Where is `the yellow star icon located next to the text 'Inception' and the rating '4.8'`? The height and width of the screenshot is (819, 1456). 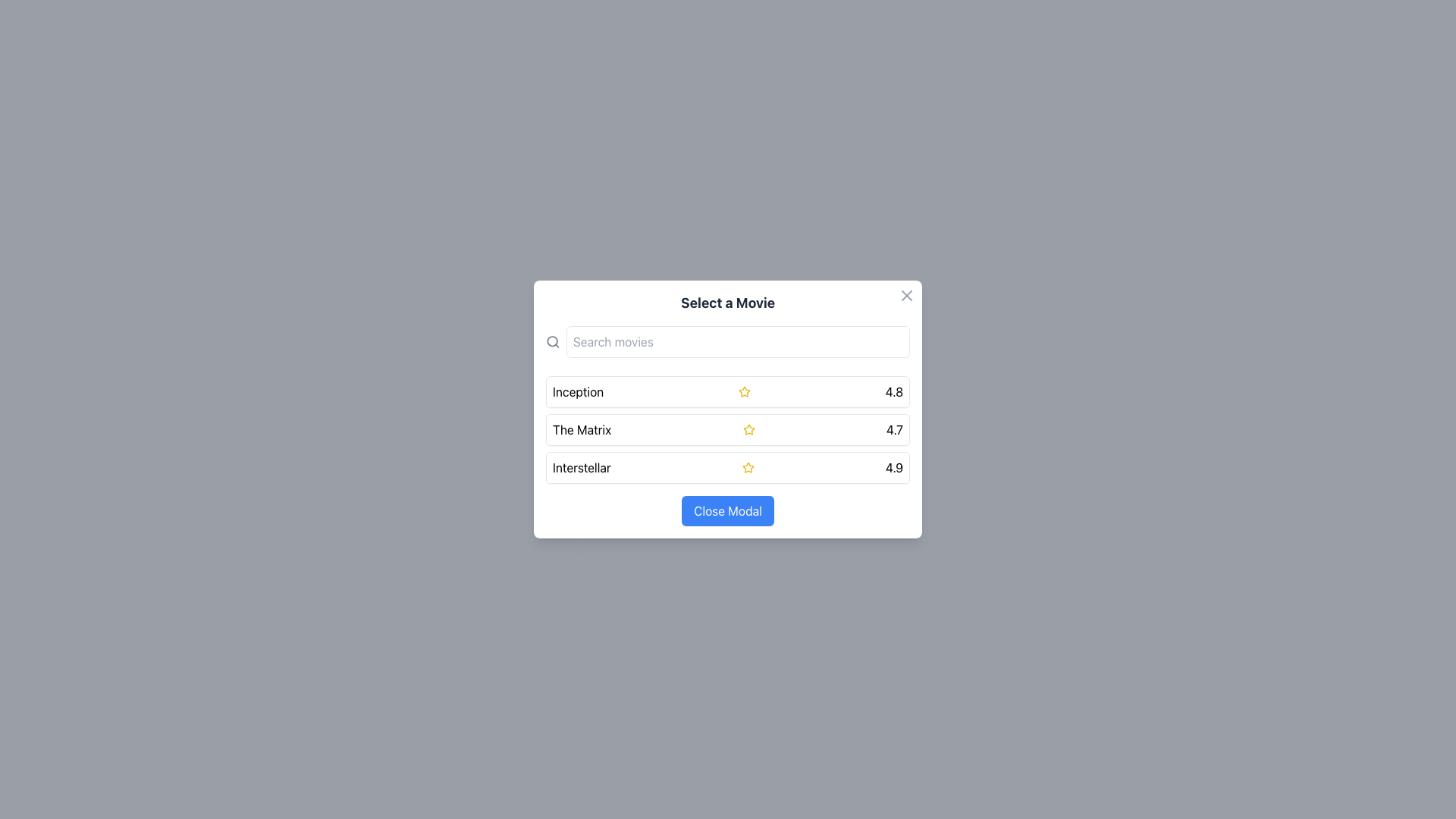 the yellow star icon located next to the text 'Inception' and the rating '4.8' is located at coordinates (744, 391).